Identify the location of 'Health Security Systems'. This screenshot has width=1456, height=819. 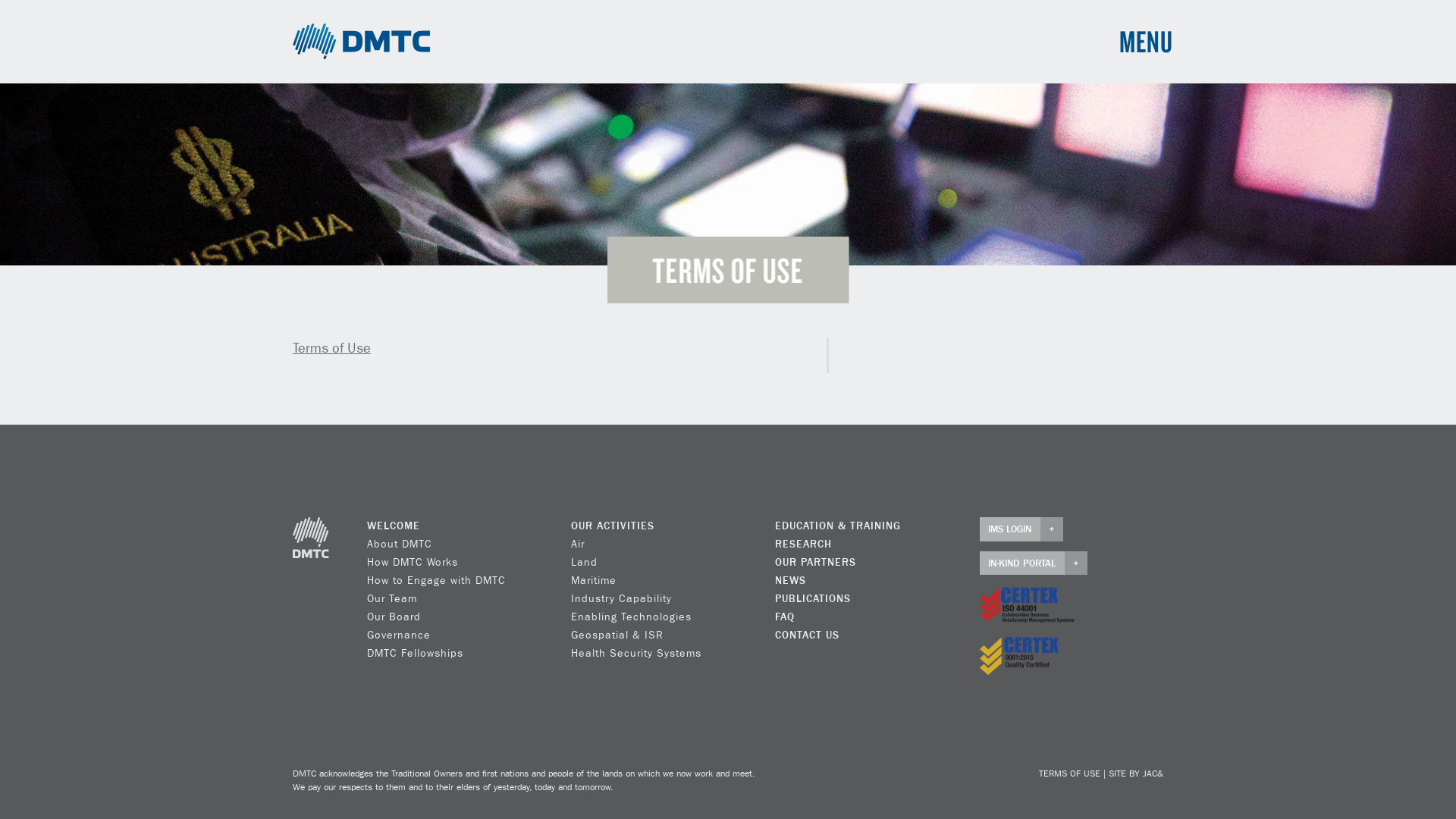
(636, 652).